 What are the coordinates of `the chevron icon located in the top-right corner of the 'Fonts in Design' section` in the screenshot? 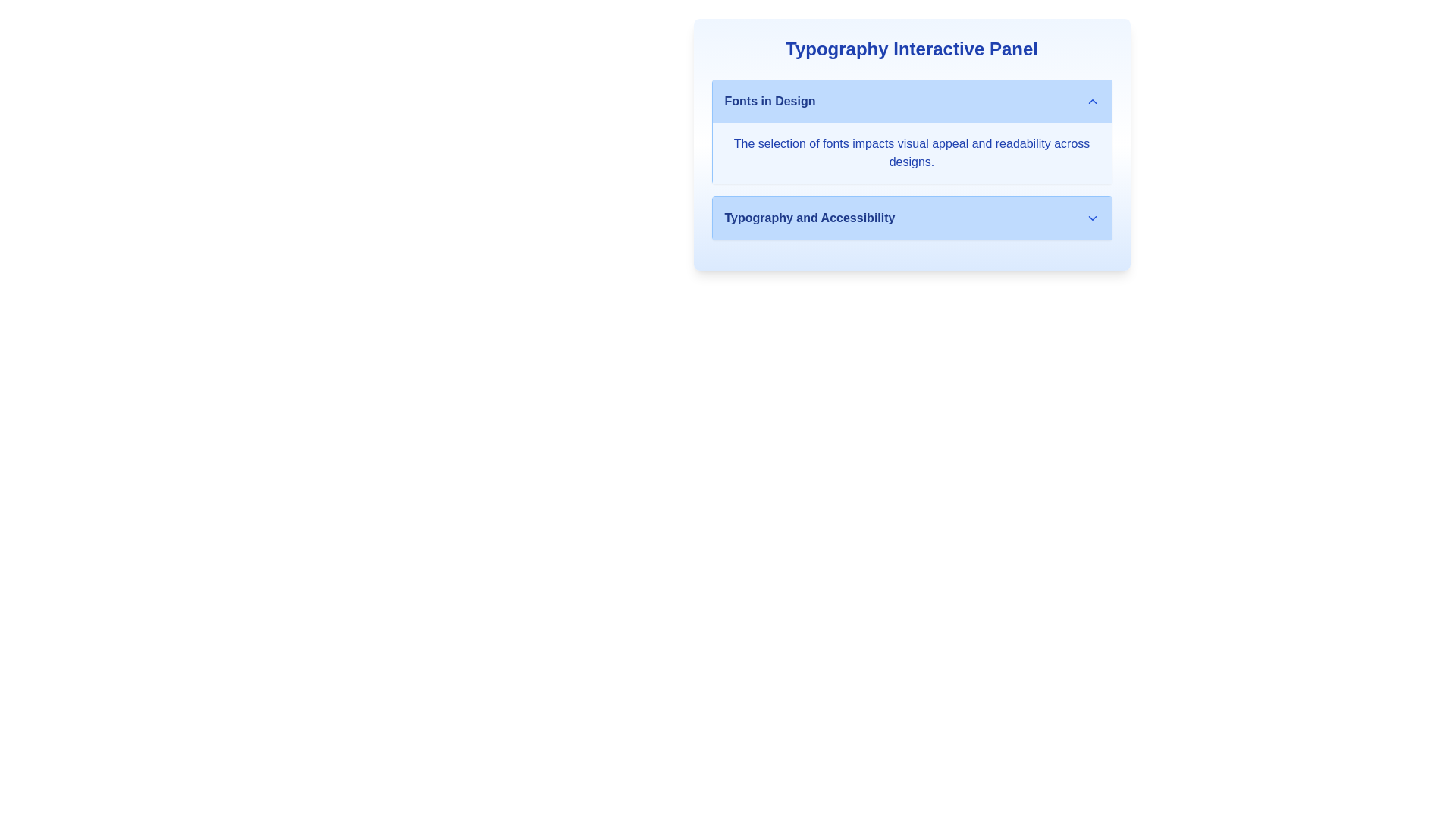 It's located at (1092, 102).